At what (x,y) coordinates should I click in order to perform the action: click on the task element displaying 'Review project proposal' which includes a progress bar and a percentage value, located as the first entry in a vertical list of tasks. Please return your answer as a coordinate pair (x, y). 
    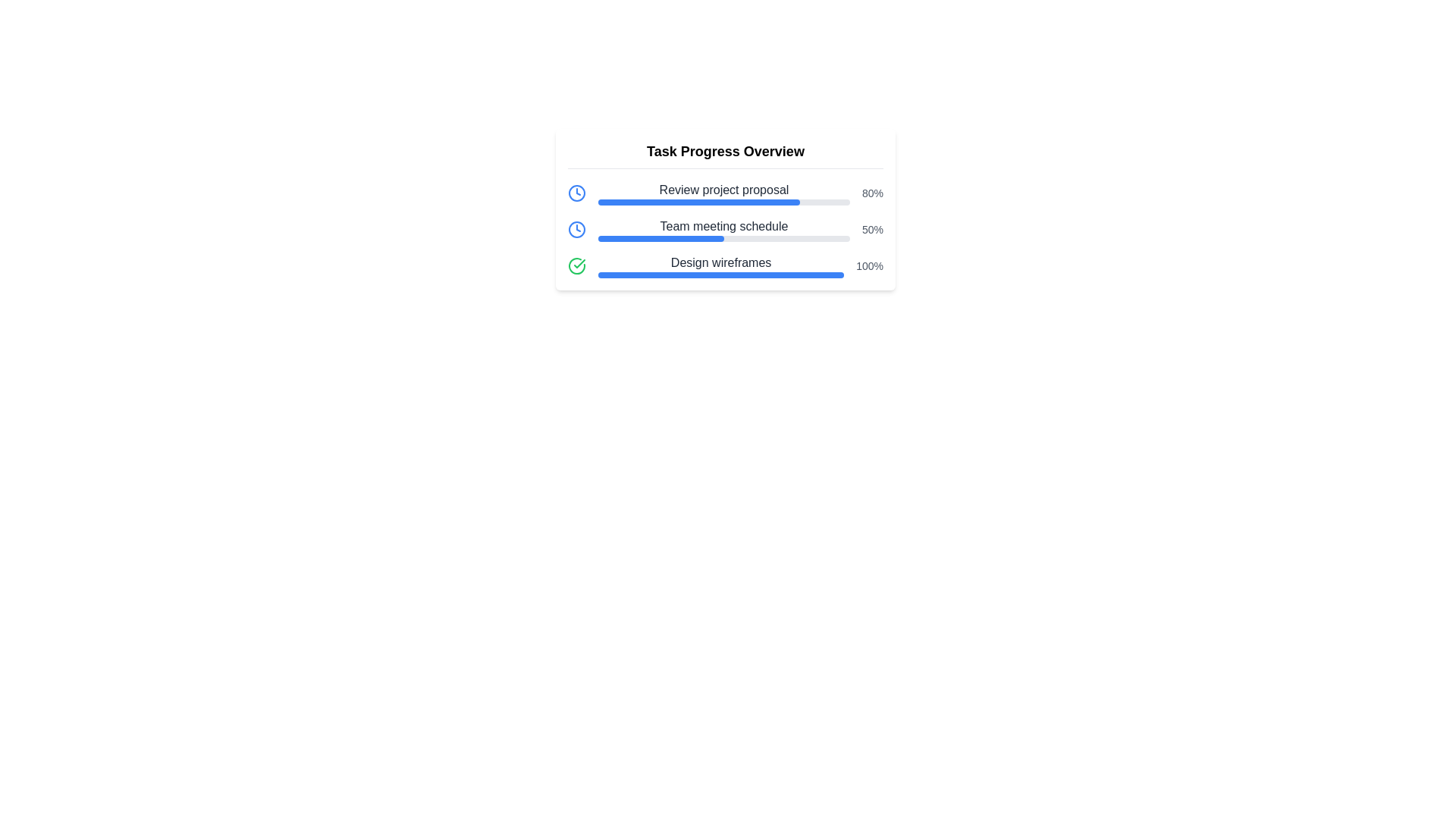
    Looking at the image, I should click on (723, 192).